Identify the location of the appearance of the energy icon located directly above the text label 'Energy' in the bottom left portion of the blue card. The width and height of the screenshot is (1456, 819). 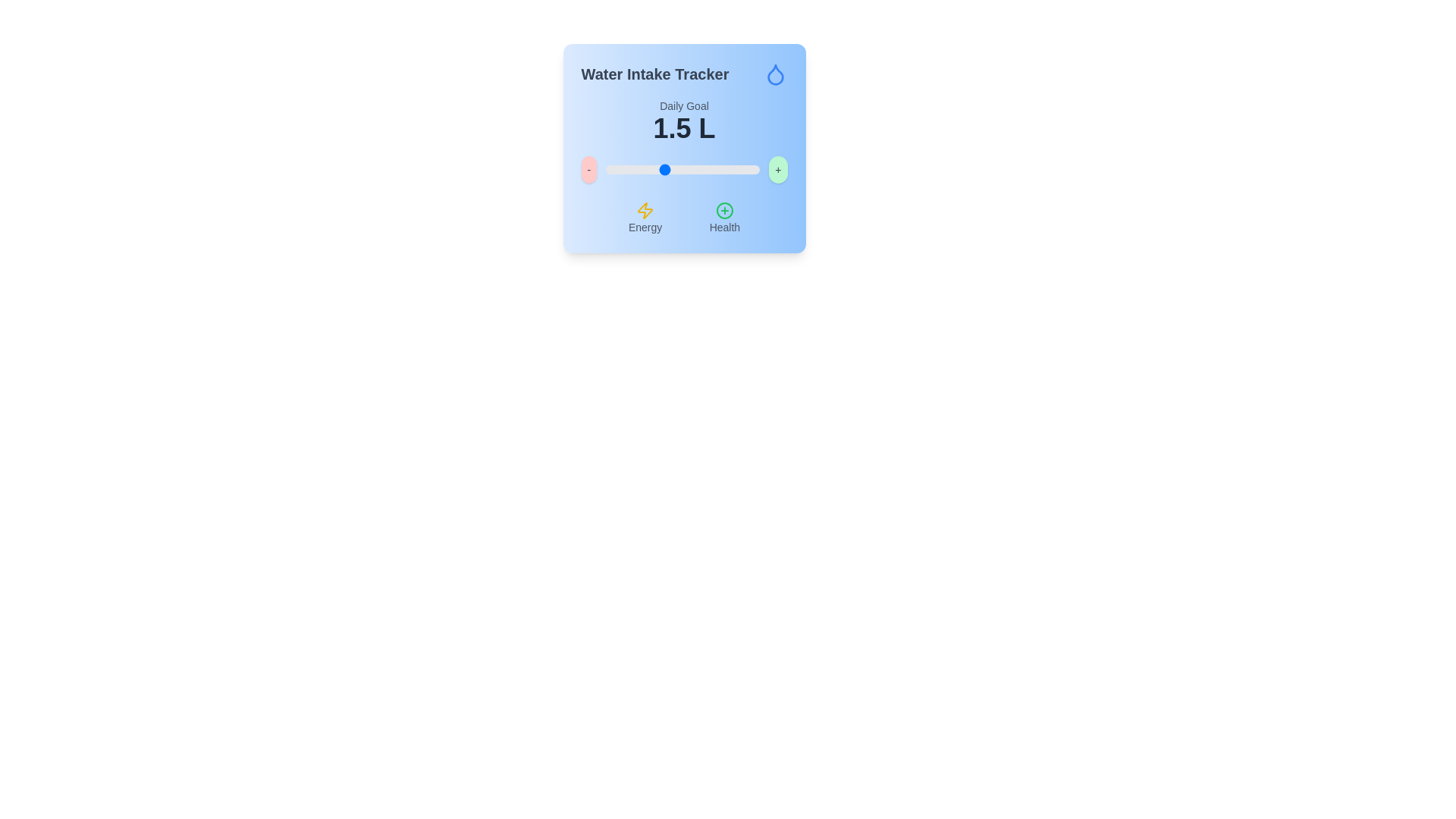
(645, 210).